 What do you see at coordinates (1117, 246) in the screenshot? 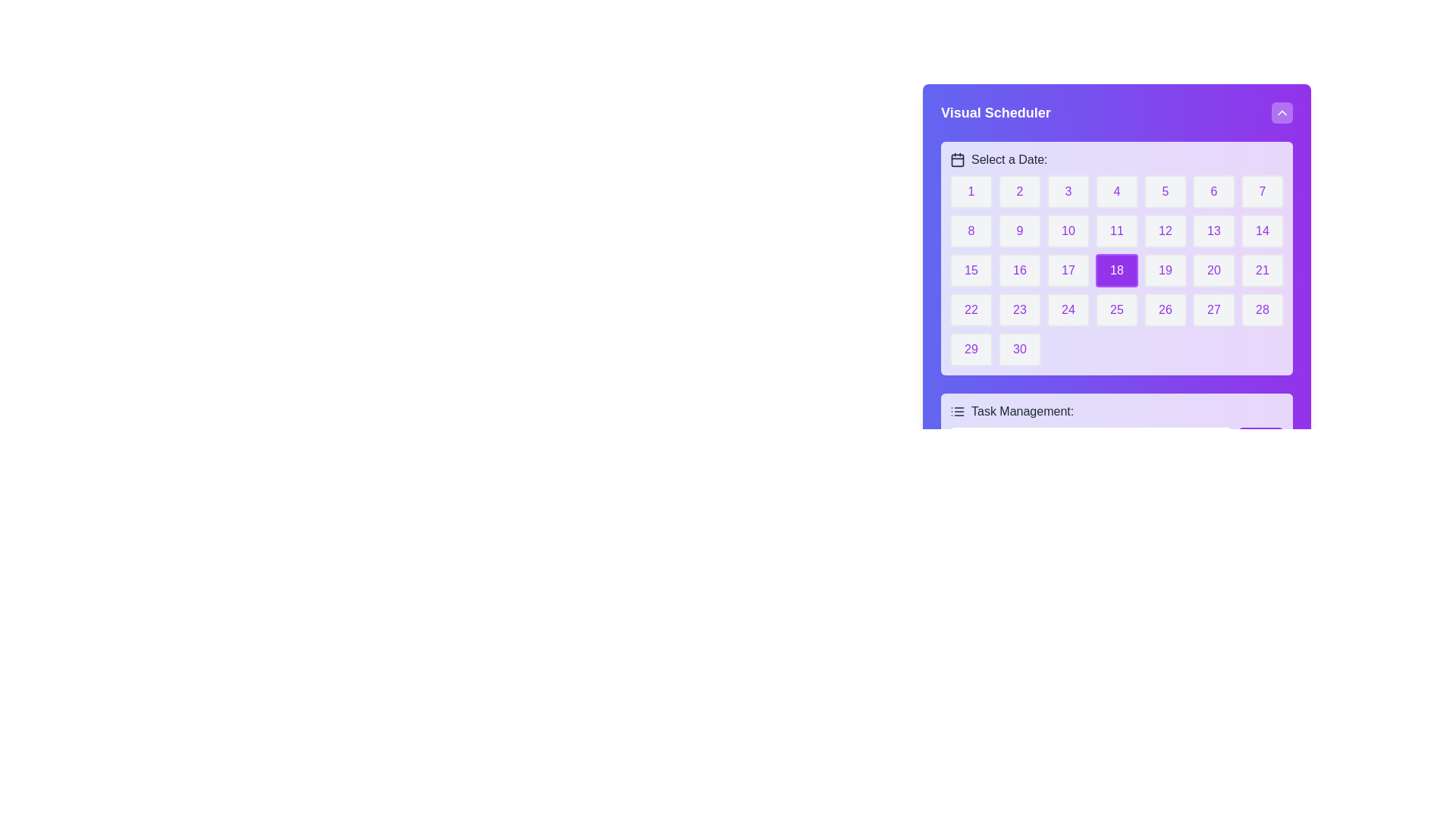
I see `the square button displaying '18' in the calendar grid under 'Visual Scheduler'` at bounding box center [1117, 246].